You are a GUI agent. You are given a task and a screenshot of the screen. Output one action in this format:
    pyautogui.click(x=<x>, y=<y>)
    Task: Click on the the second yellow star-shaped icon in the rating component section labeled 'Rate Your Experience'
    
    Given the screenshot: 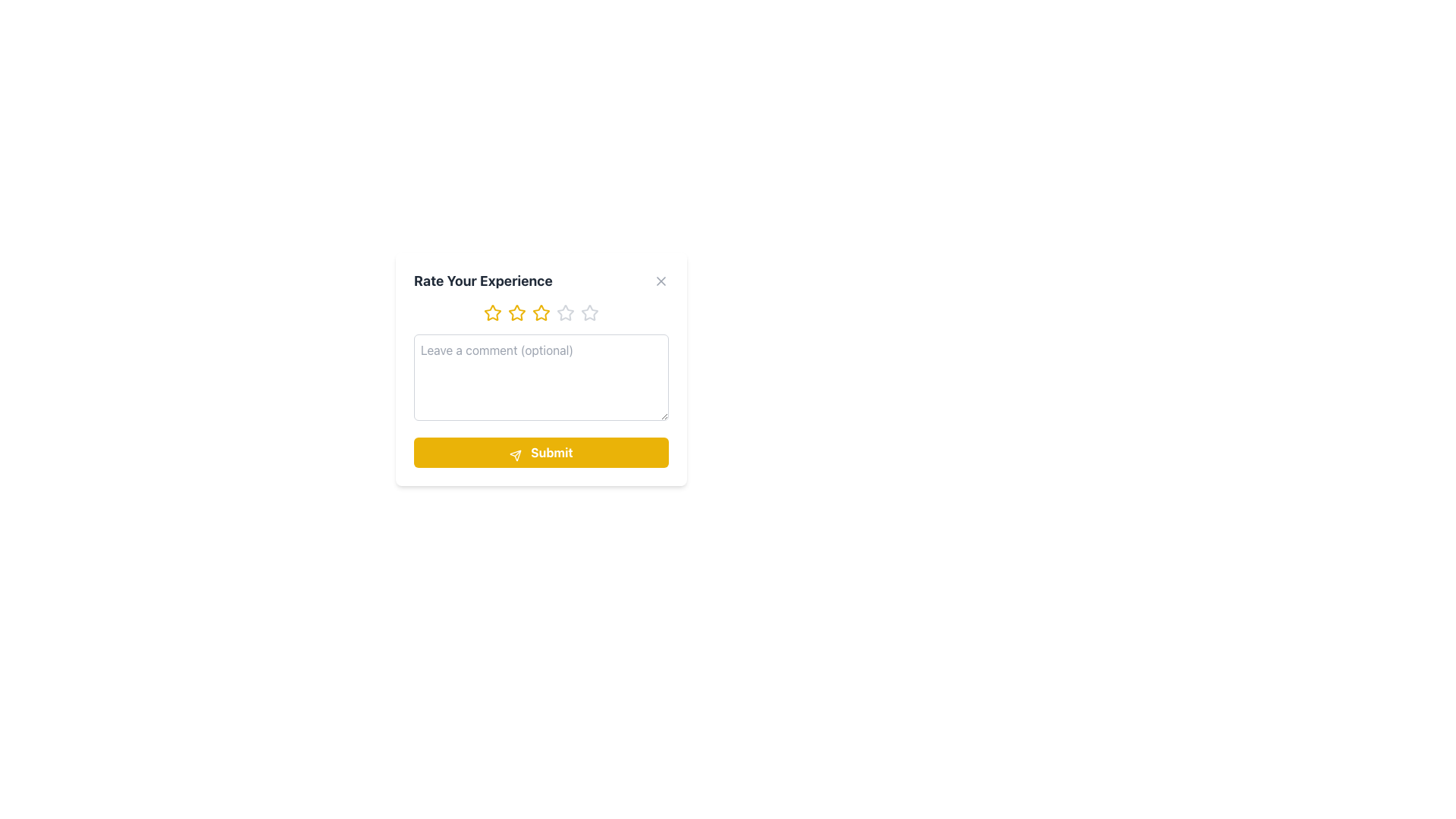 What is the action you would take?
    pyautogui.click(x=516, y=312)
    